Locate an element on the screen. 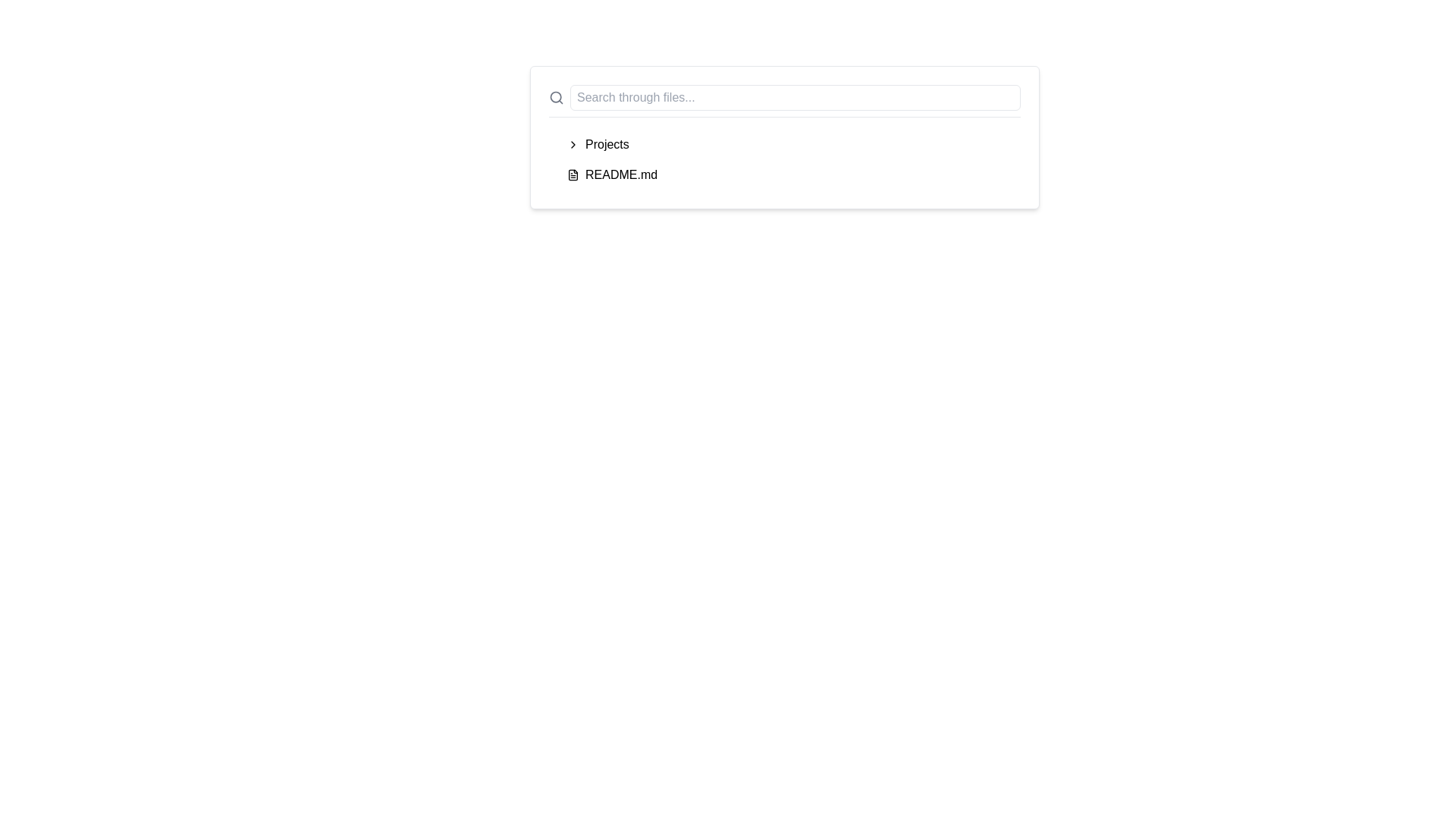 Image resolution: width=1456 pixels, height=819 pixels. the navigational icon associated with the 'Projects' section to interact is located at coordinates (572, 145).